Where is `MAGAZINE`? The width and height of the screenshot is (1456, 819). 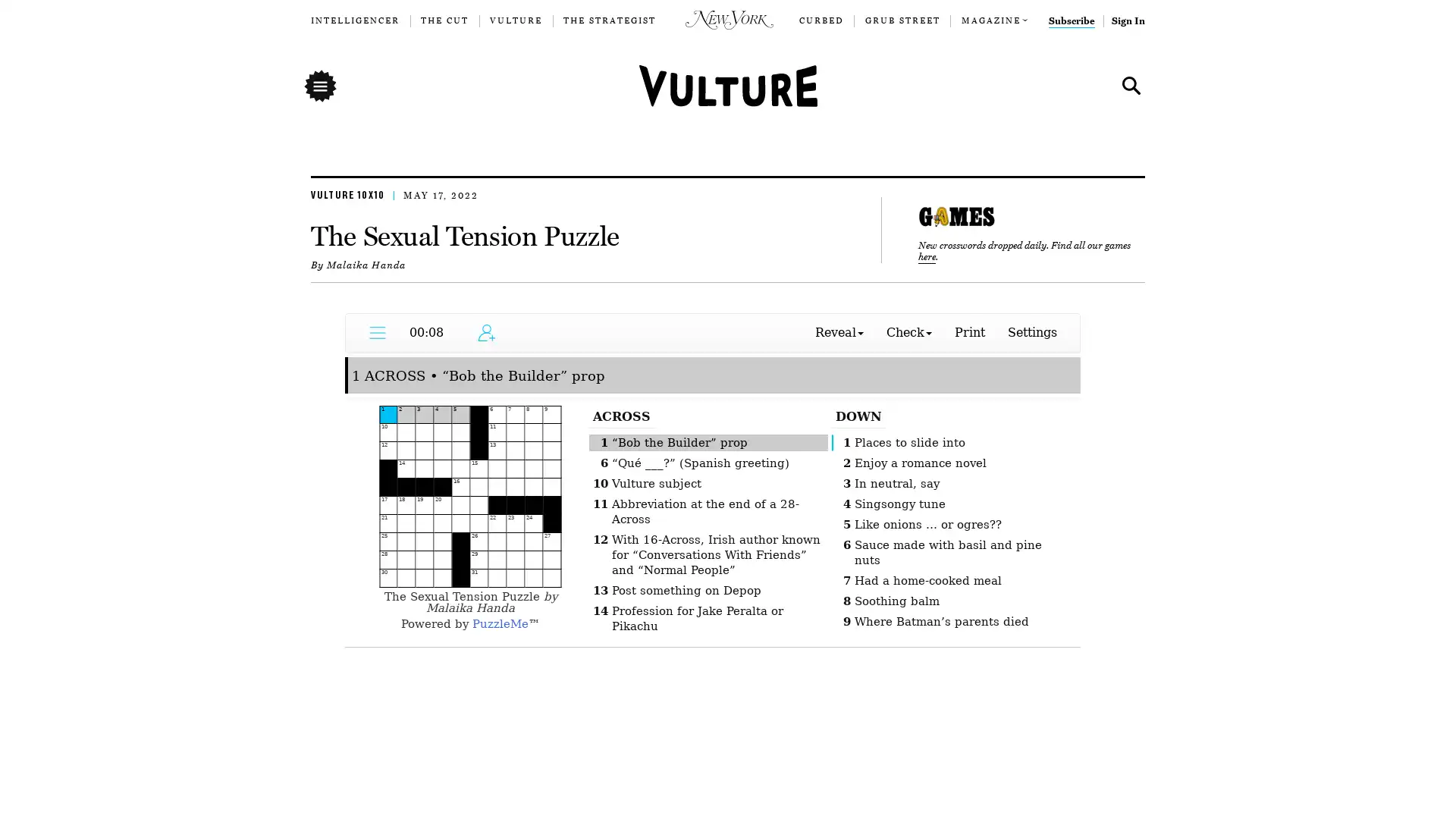
MAGAZINE is located at coordinates (990, 20).